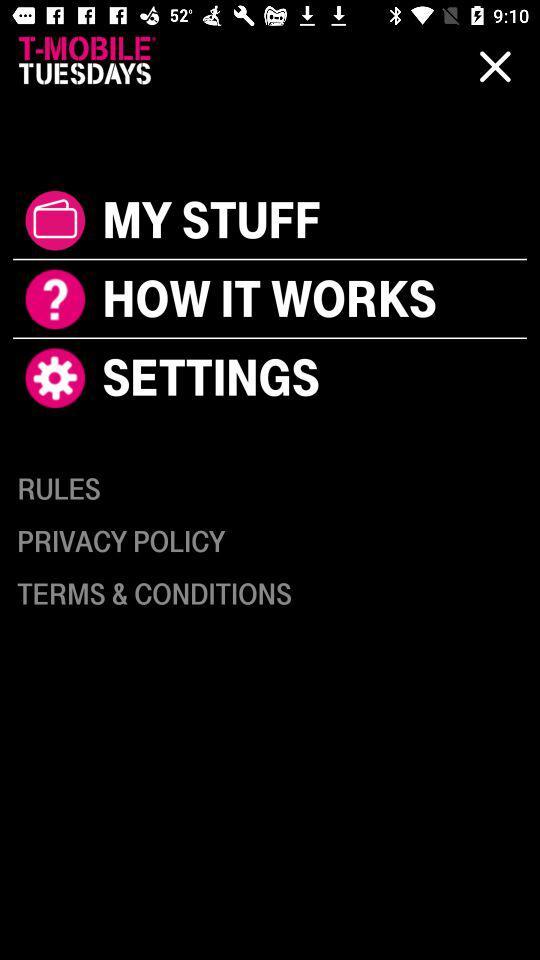 This screenshot has width=540, height=960. I want to click on icon on the left side of mt stuff, so click(55, 220).